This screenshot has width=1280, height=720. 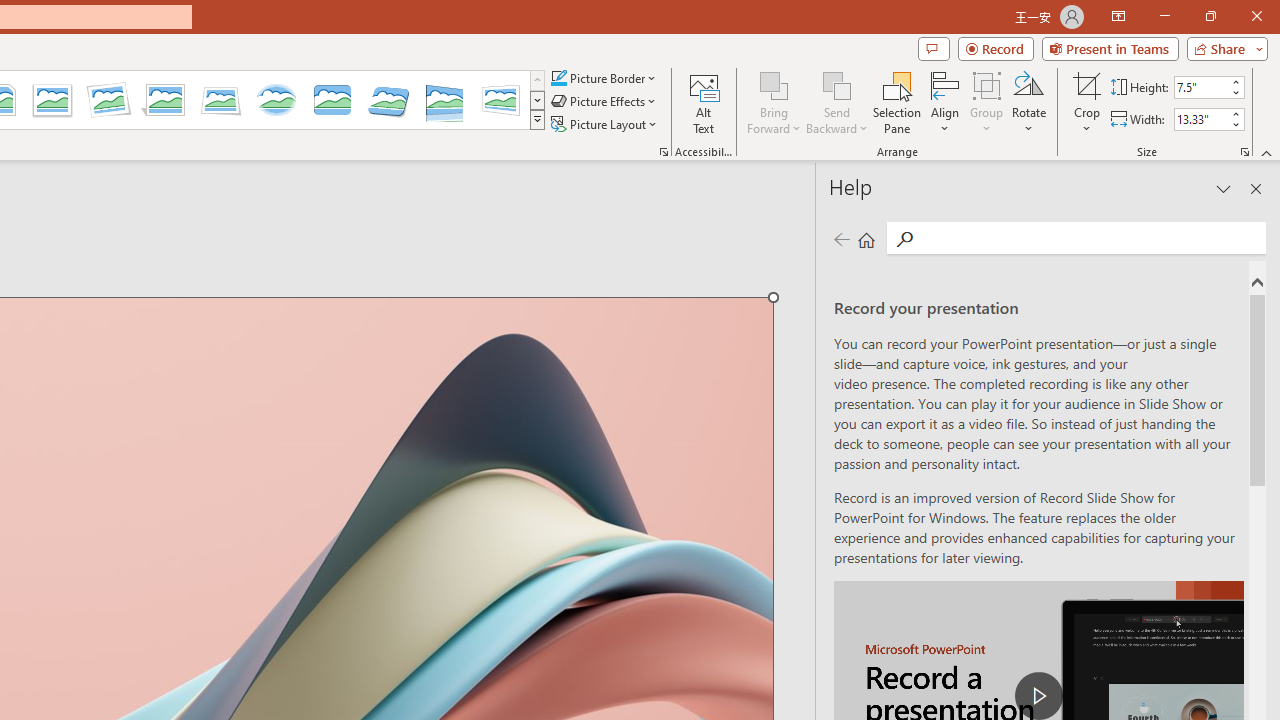 What do you see at coordinates (1117, 16) in the screenshot?
I see `'Ribbon Display Options'` at bounding box center [1117, 16].